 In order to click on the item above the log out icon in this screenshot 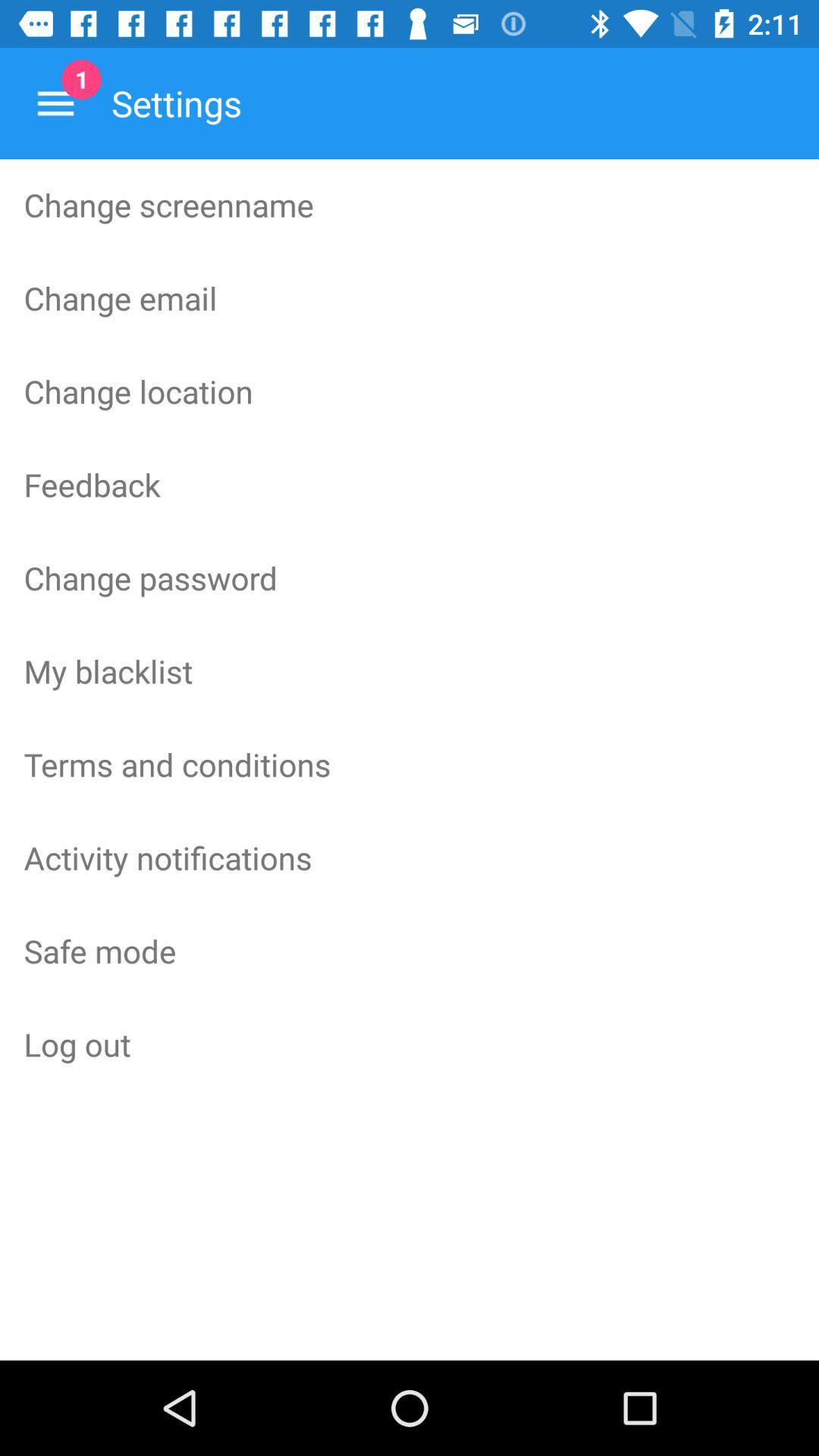, I will do `click(409, 949)`.